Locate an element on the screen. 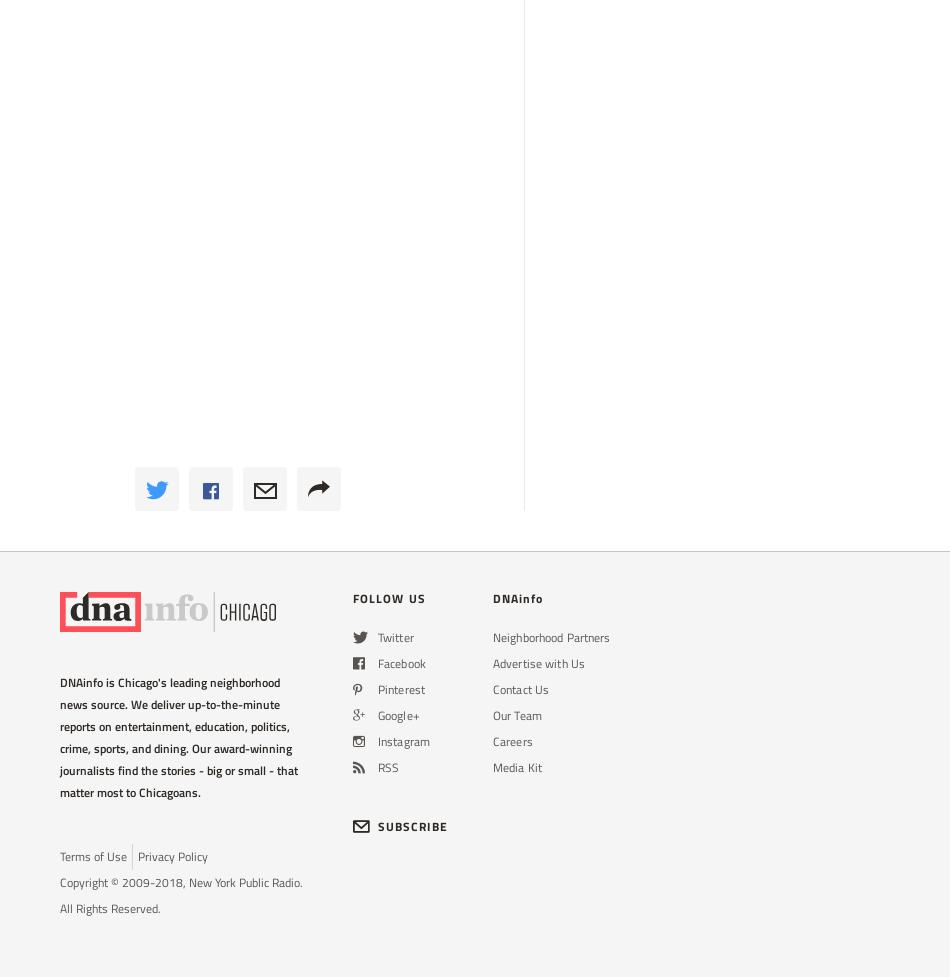 This screenshot has height=977, width=950. 'Media Kit' is located at coordinates (517, 767).